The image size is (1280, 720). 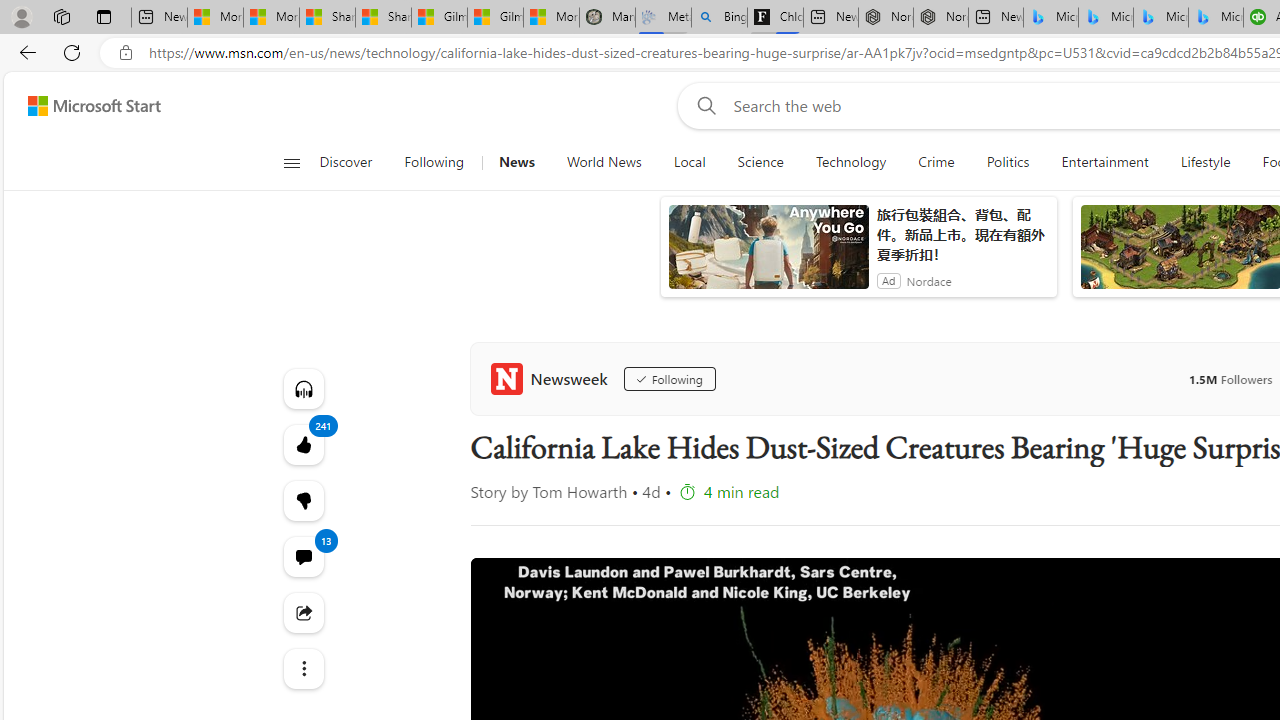 I want to click on 'Local', so click(x=689, y=162).